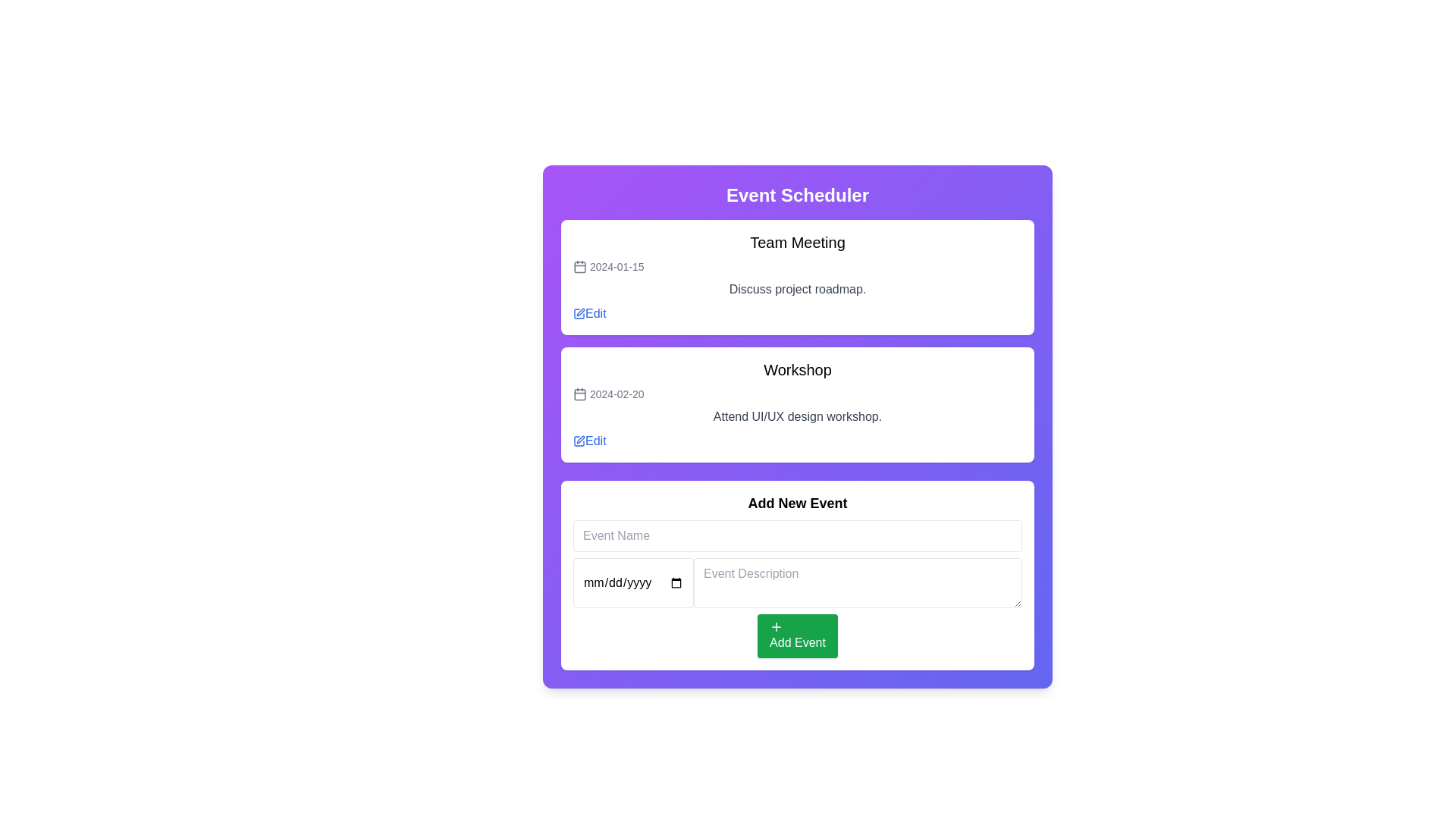  Describe the element at coordinates (796, 636) in the screenshot. I see `the green 'Add Event' button, which features a white plus icon and white text, located near the bottom of the interface in the 'Add New Event' section` at that location.